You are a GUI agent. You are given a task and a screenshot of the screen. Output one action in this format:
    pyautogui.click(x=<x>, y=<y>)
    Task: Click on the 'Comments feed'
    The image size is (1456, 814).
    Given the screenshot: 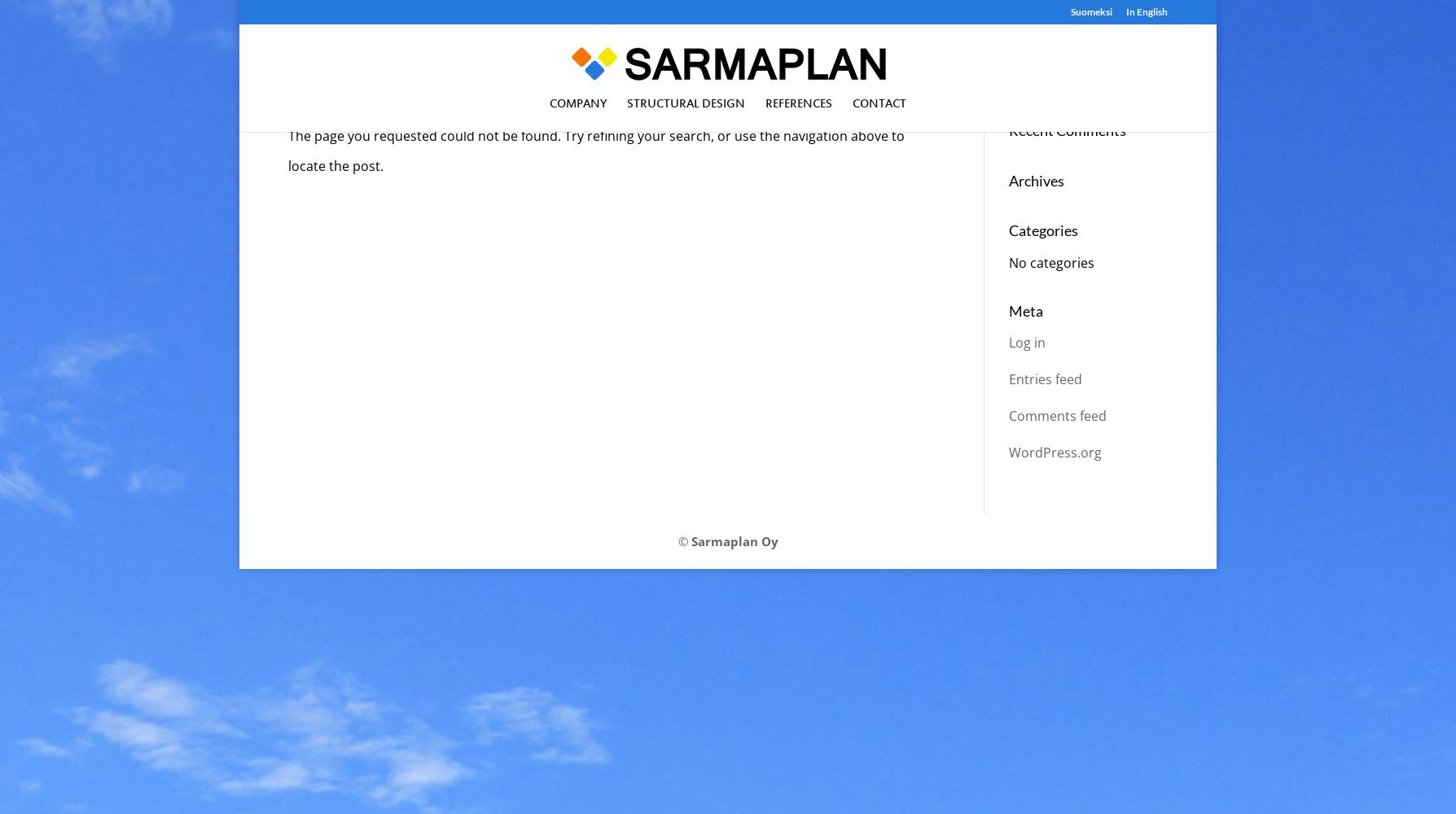 What is the action you would take?
    pyautogui.click(x=1007, y=415)
    